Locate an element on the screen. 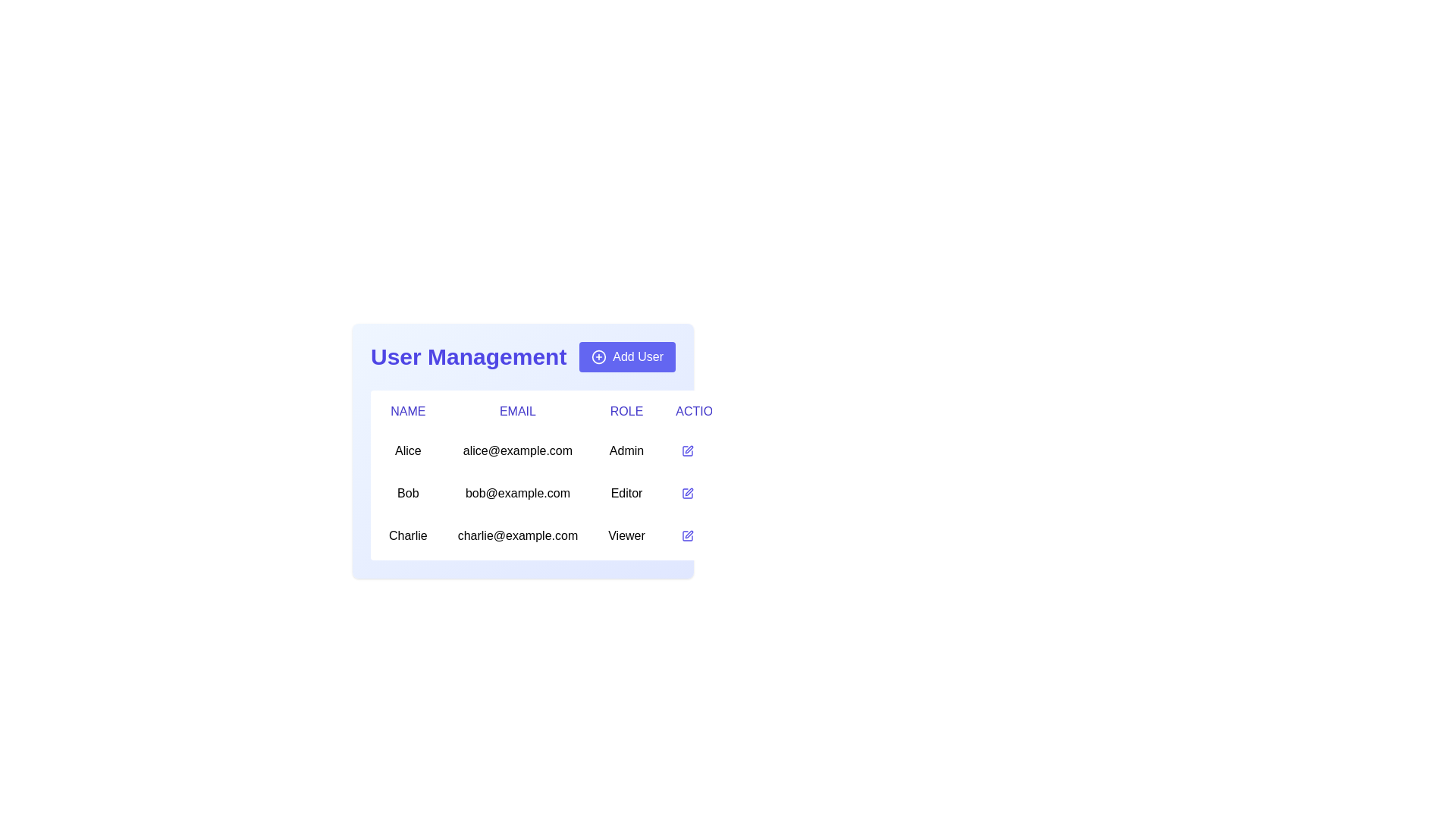 This screenshot has height=819, width=1456. the Text Display element that shows the email address of user Charlie, located in the third row of the user information table under the 'EMAIL' column is located at coordinates (517, 535).